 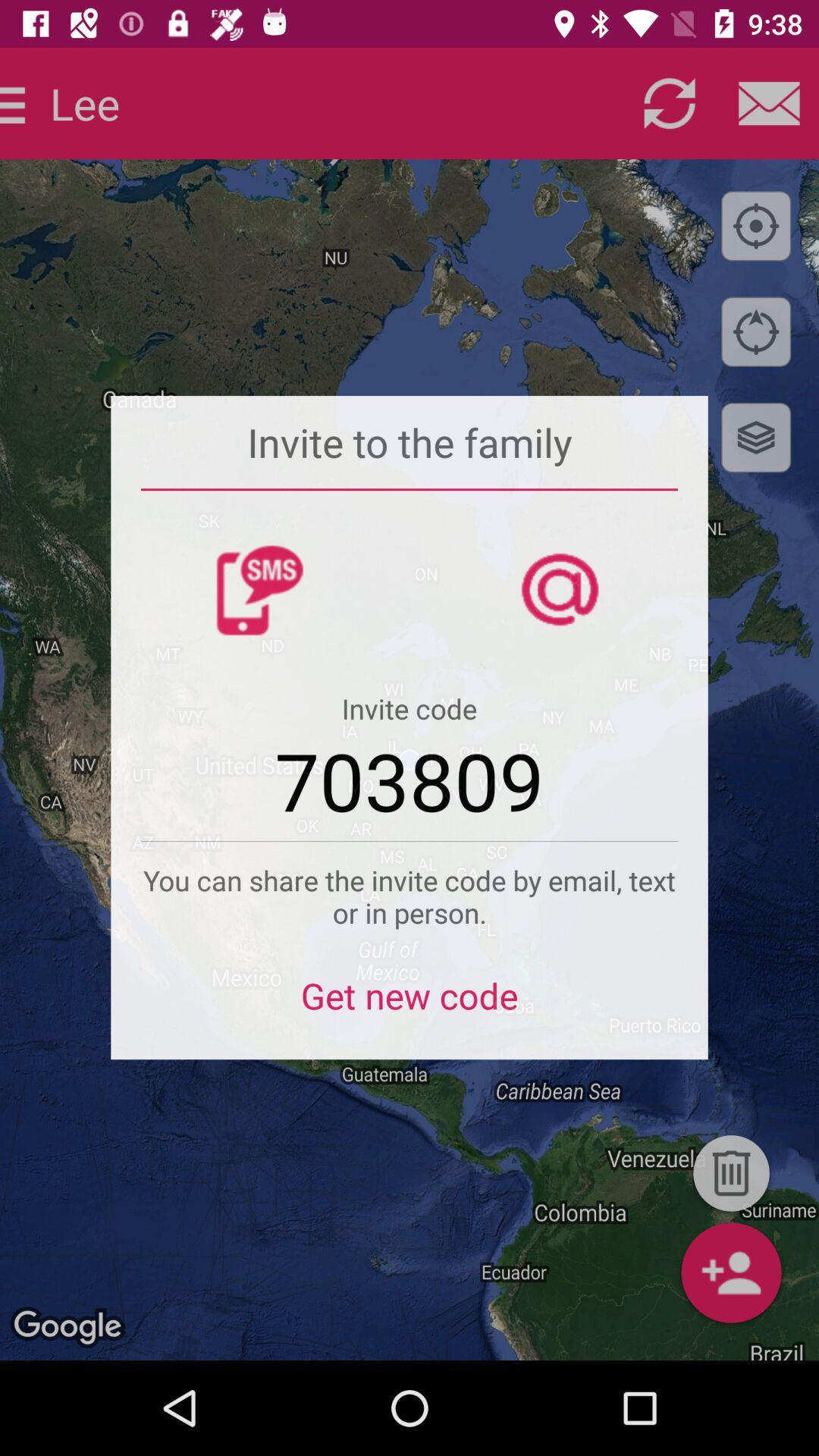 I want to click on get new code item, so click(x=409, y=1005).